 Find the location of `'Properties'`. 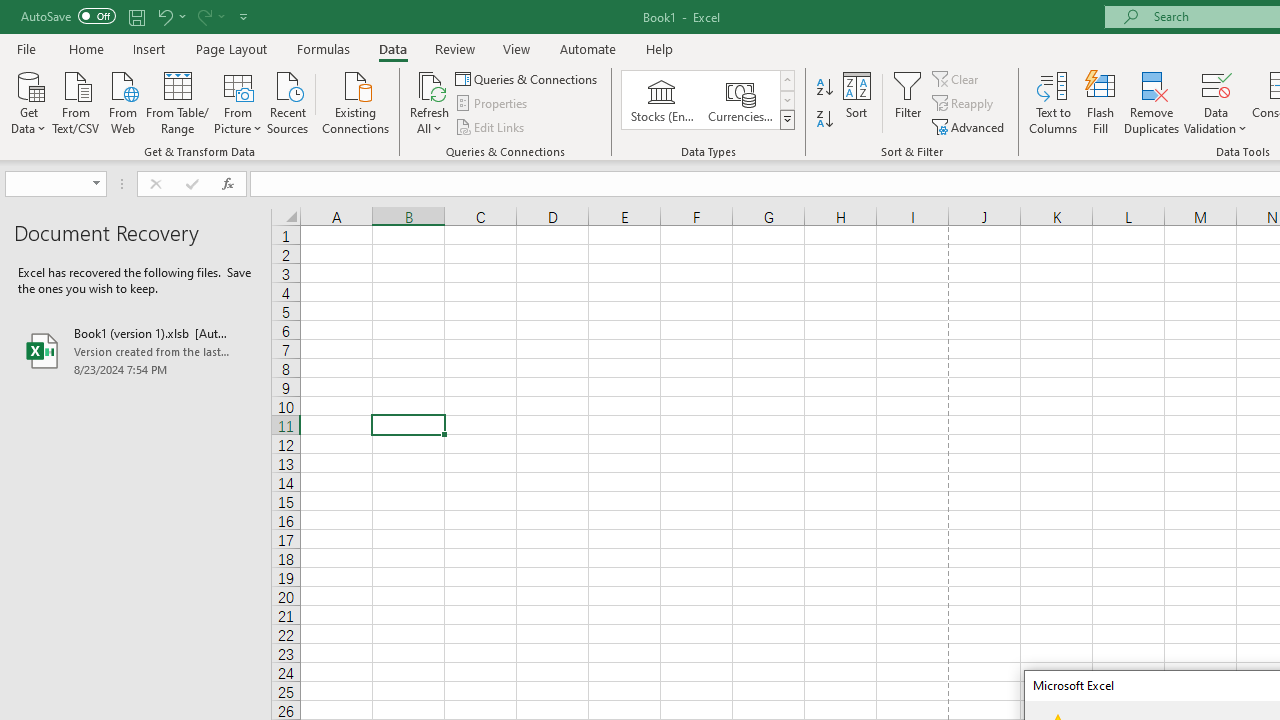

'Properties' is located at coordinates (492, 103).